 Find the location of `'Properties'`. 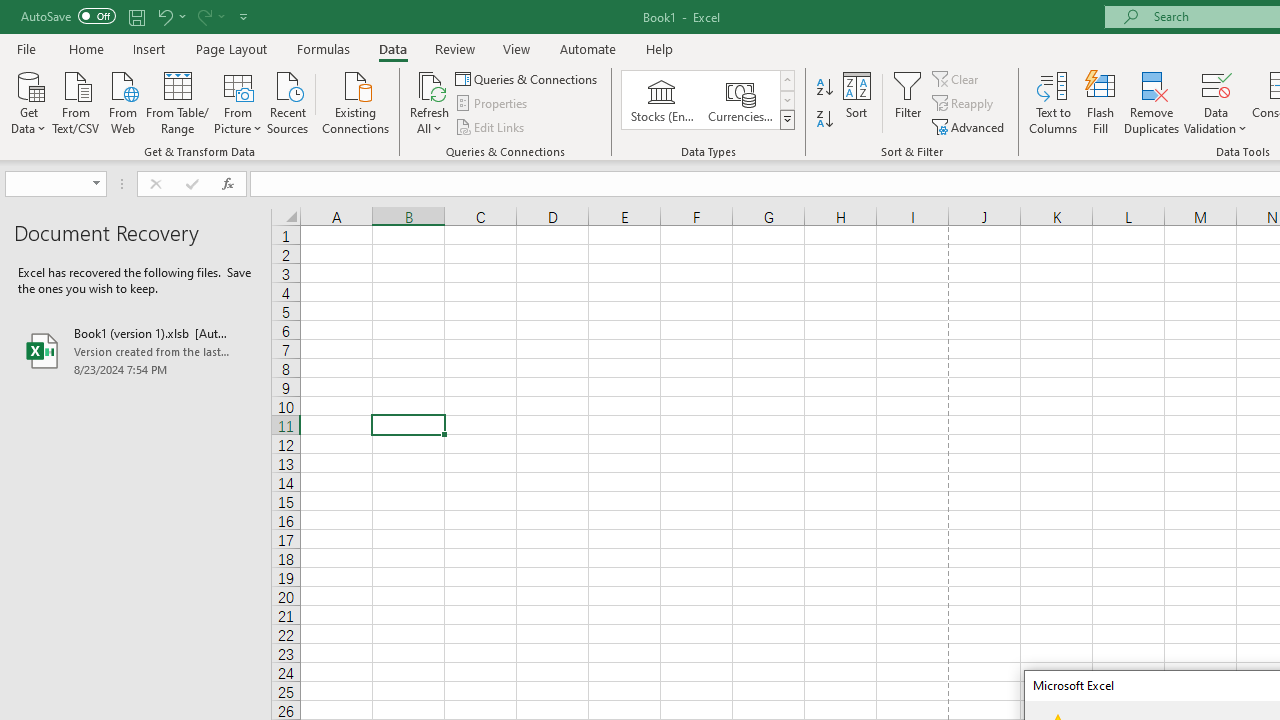

'Properties' is located at coordinates (492, 103).